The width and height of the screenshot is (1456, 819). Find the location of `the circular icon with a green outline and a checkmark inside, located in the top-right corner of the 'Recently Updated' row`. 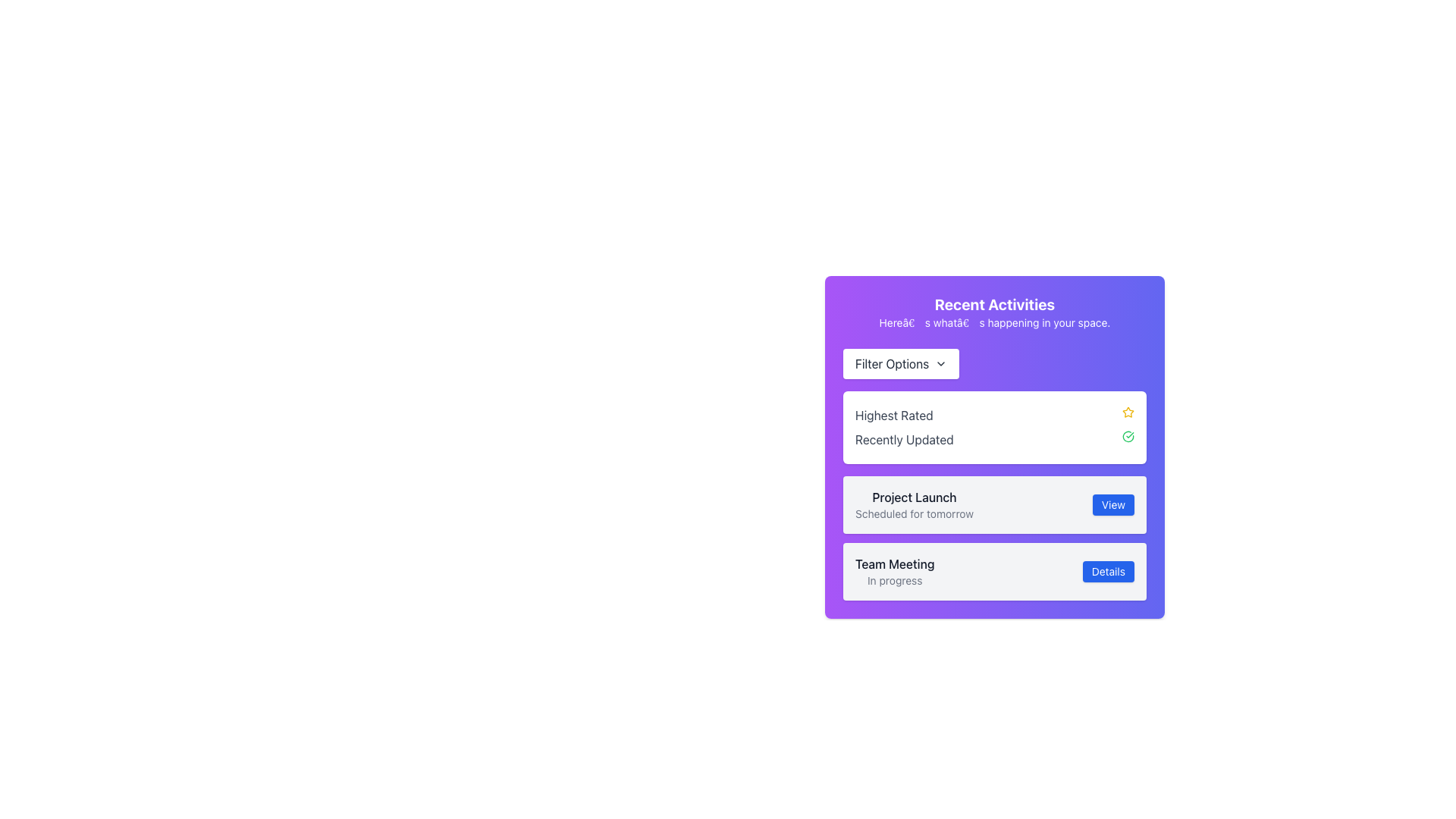

the circular icon with a green outline and a checkmark inside, located in the top-right corner of the 'Recently Updated' row is located at coordinates (1128, 436).